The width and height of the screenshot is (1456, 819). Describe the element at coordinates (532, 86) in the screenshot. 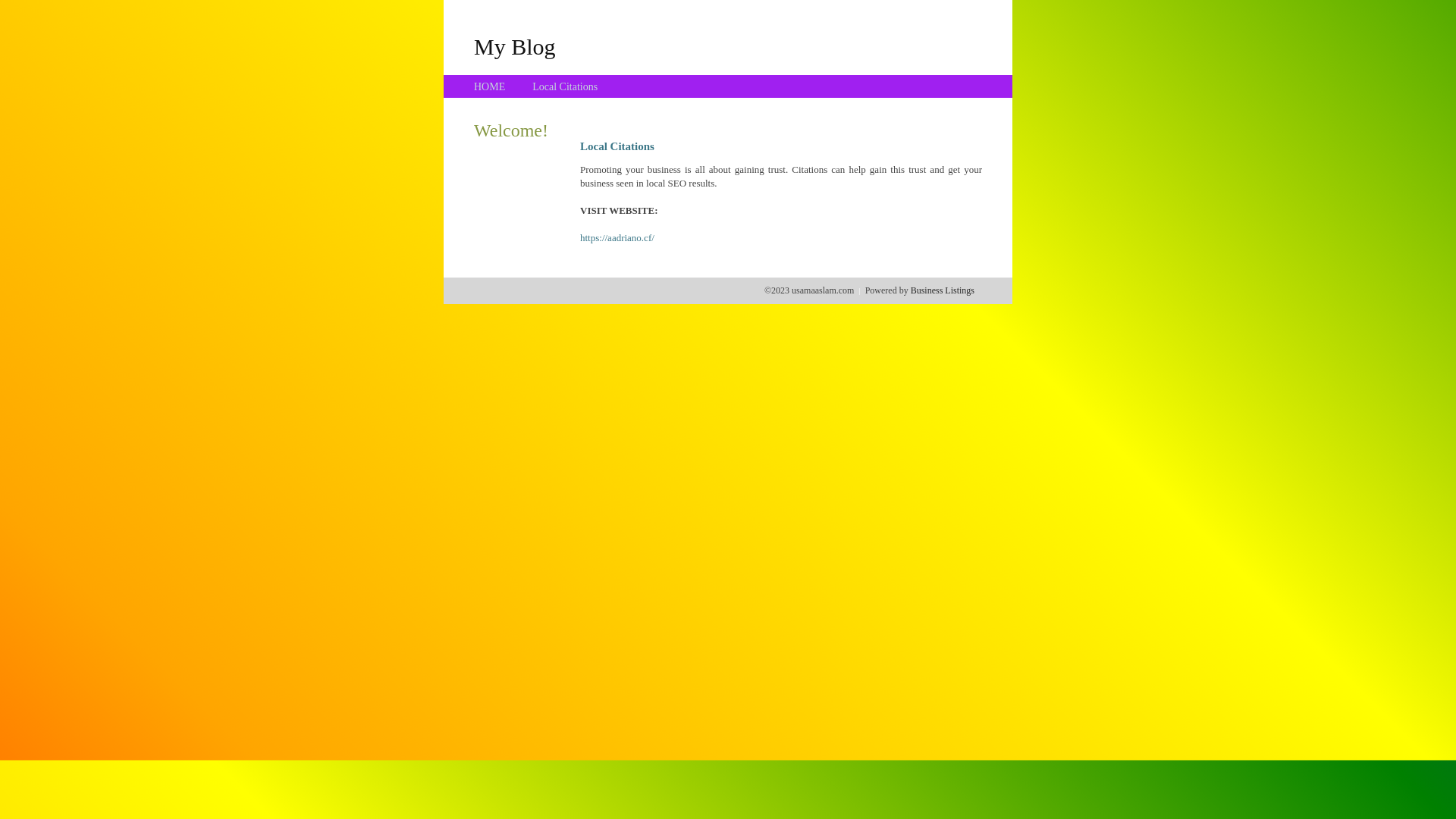

I see `'Local Citations'` at that location.